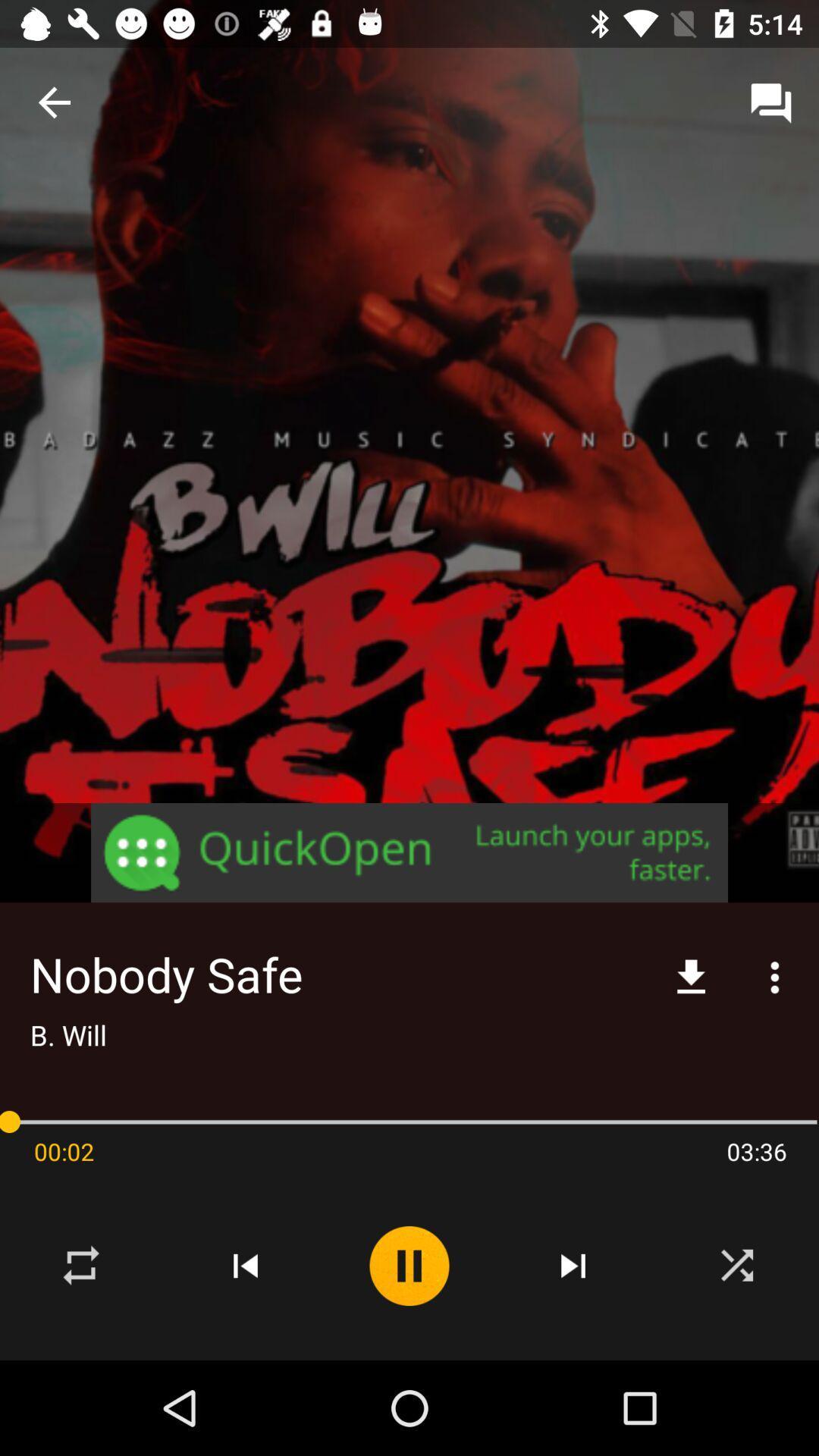 This screenshot has height=1456, width=819. Describe the element at coordinates (691, 977) in the screenshot. I see `the file_download icon` at that location.